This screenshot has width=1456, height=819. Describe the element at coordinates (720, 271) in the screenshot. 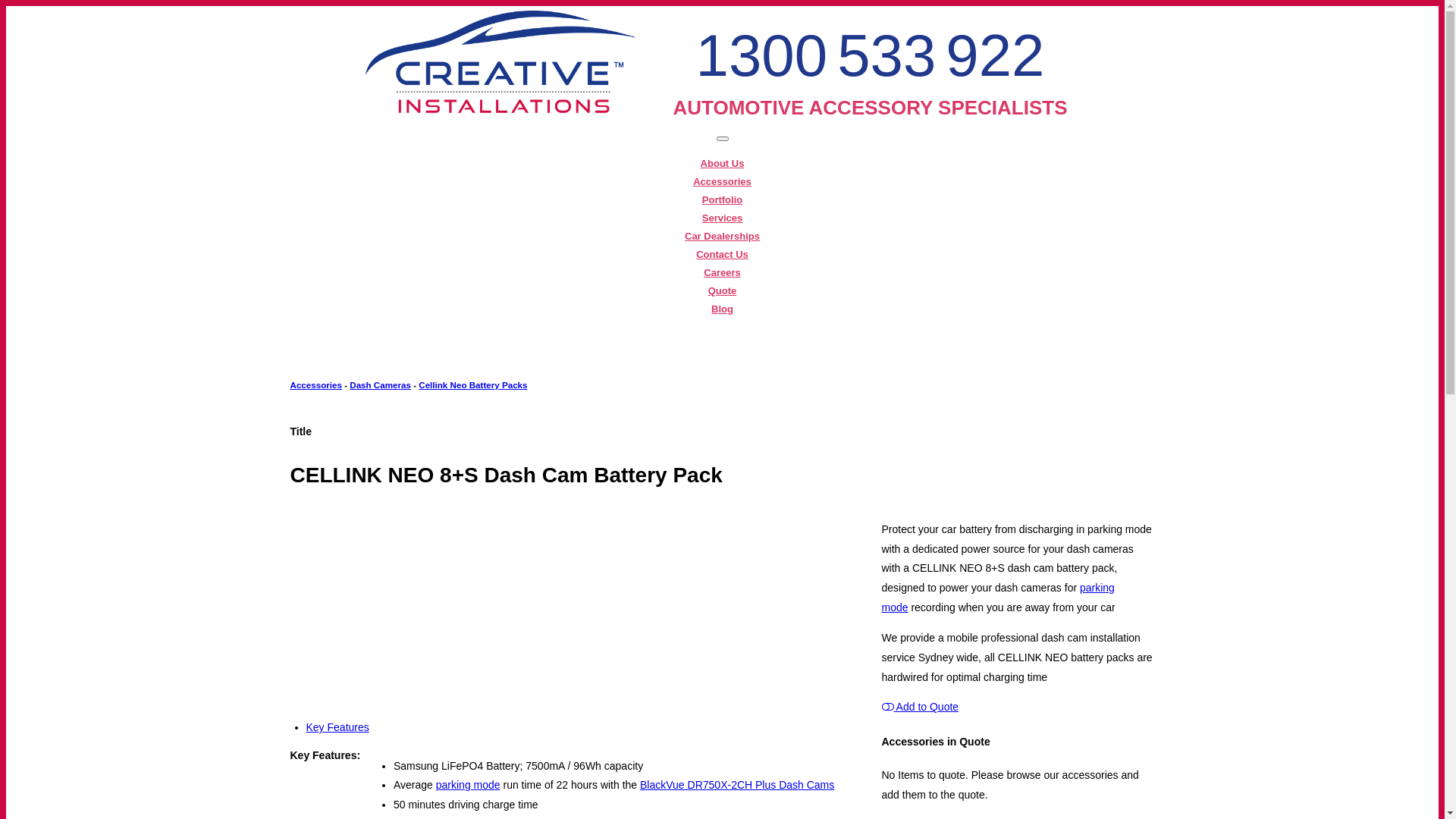

I see `'Careers'` at that location.